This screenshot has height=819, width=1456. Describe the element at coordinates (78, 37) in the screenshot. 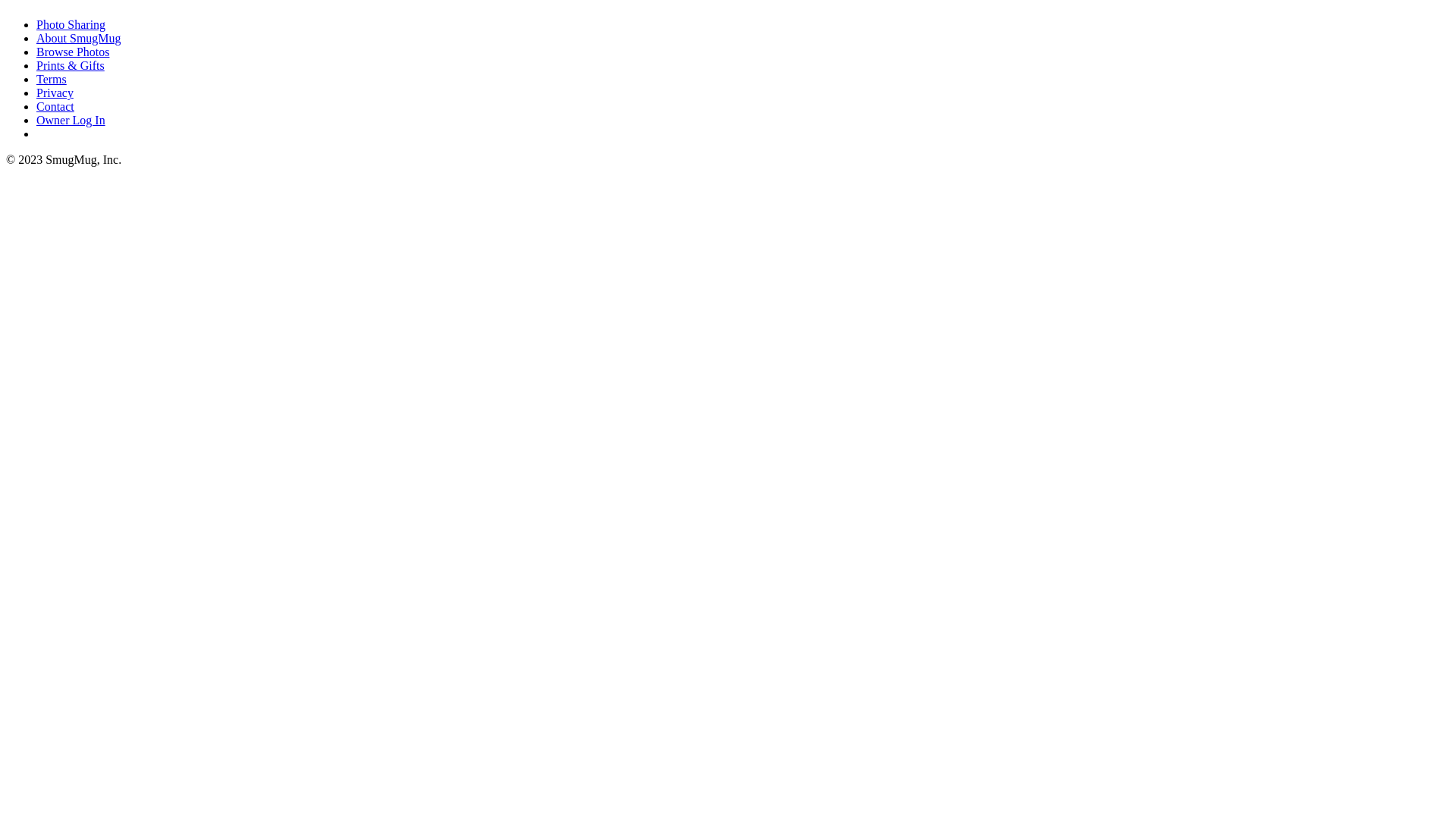

I see `'About SmugMug'` at that location.